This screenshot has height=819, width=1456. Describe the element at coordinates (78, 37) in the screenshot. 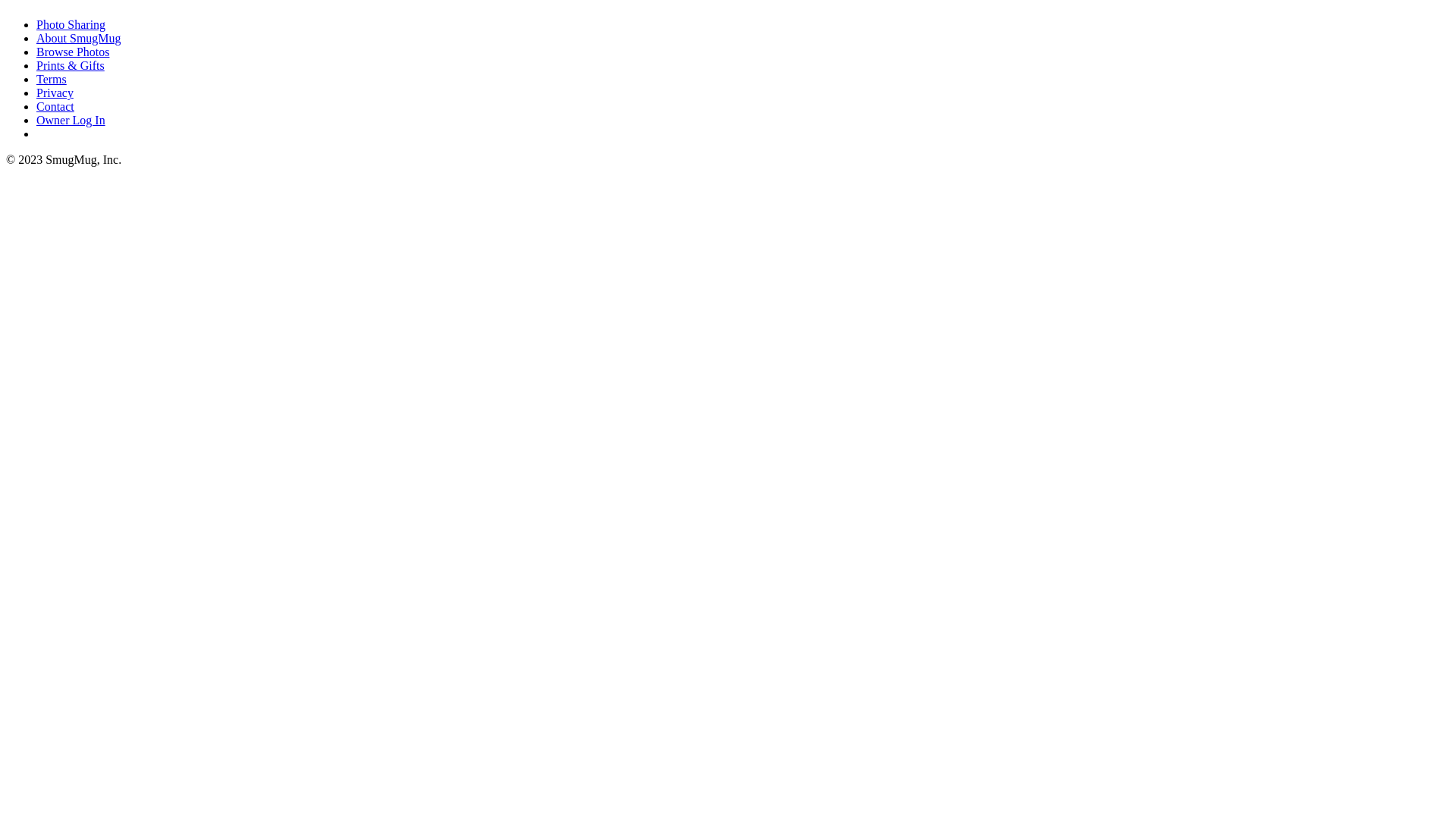

I see `'About SmugMug'` at that location.